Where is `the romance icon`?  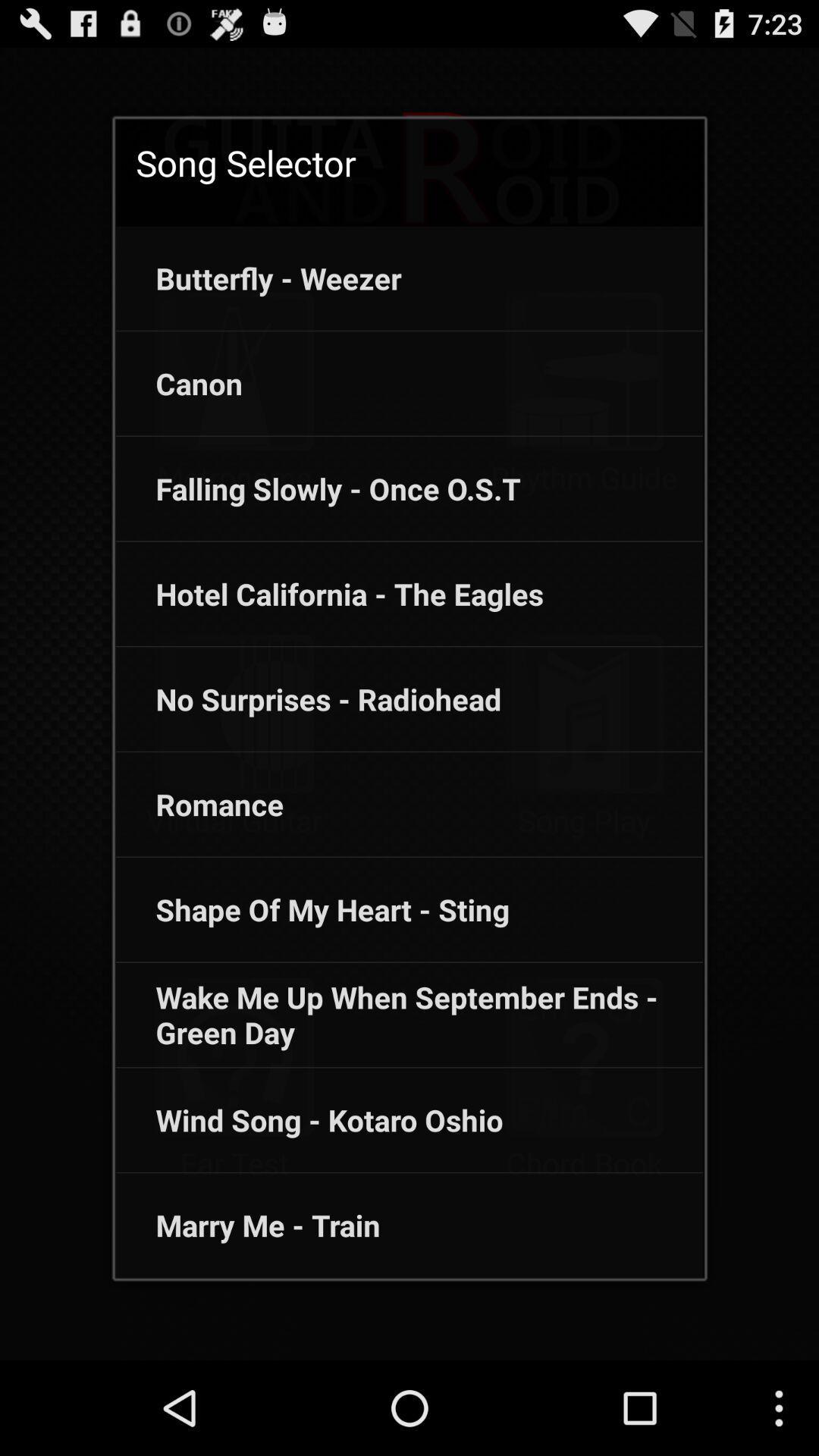
the romance icon is located at coordinates (199, 803).